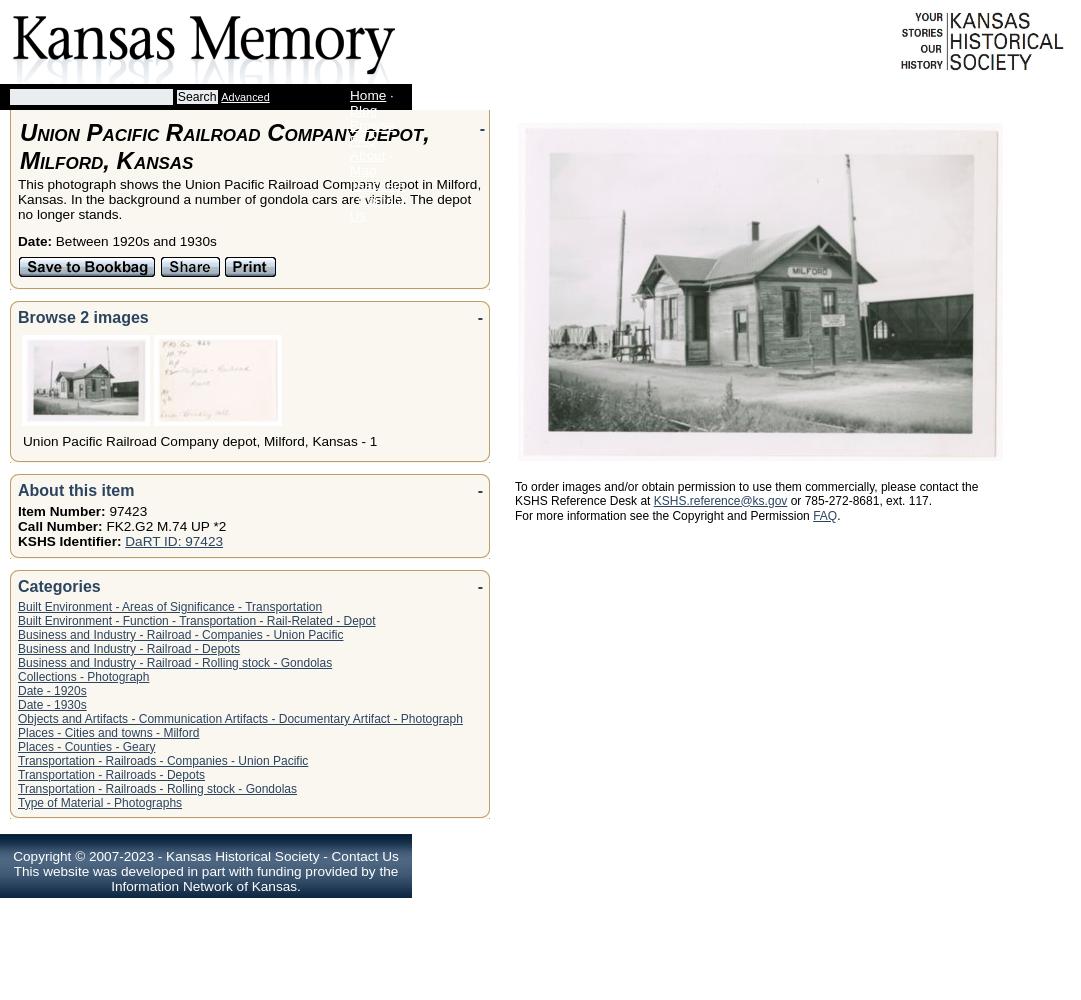  What do you see at coordinates (371, 125) in the screenshot?
I see `'Browse'` at bounding box center [371, 125].